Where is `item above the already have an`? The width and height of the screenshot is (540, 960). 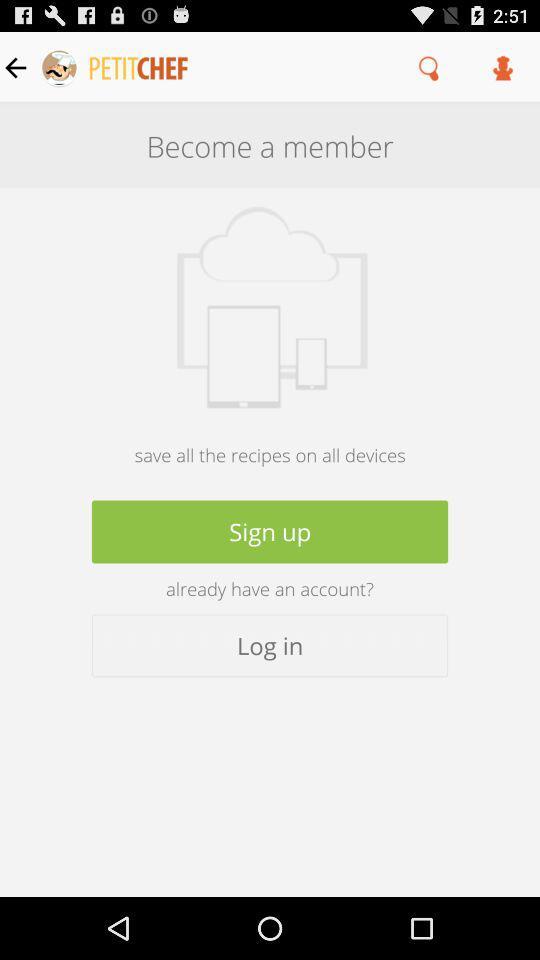 item above the already have an is located at coordinates (270, 530).